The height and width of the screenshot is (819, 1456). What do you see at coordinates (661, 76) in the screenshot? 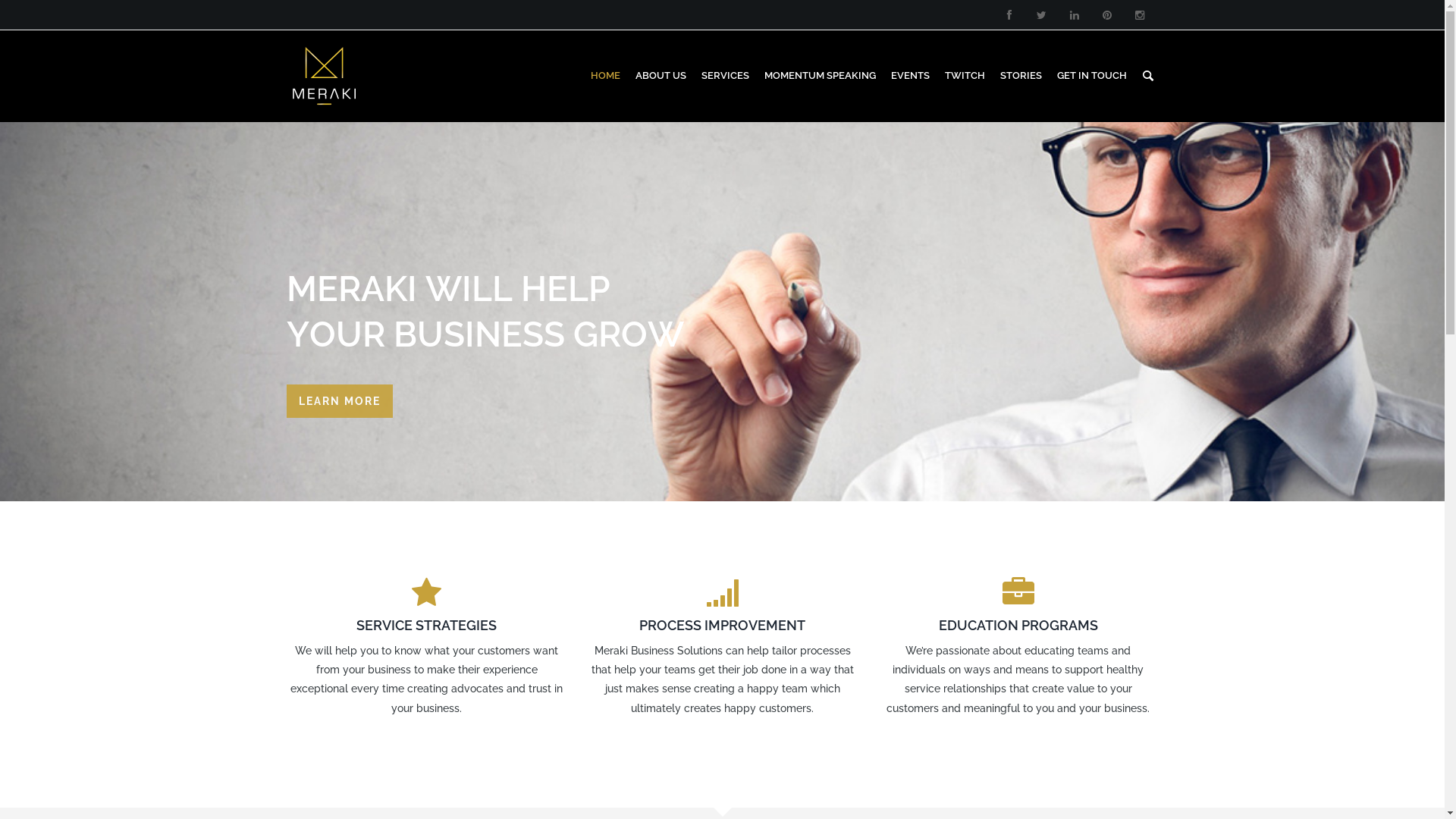
I see `'ABOUT US'` at bounding box center [661, 76].